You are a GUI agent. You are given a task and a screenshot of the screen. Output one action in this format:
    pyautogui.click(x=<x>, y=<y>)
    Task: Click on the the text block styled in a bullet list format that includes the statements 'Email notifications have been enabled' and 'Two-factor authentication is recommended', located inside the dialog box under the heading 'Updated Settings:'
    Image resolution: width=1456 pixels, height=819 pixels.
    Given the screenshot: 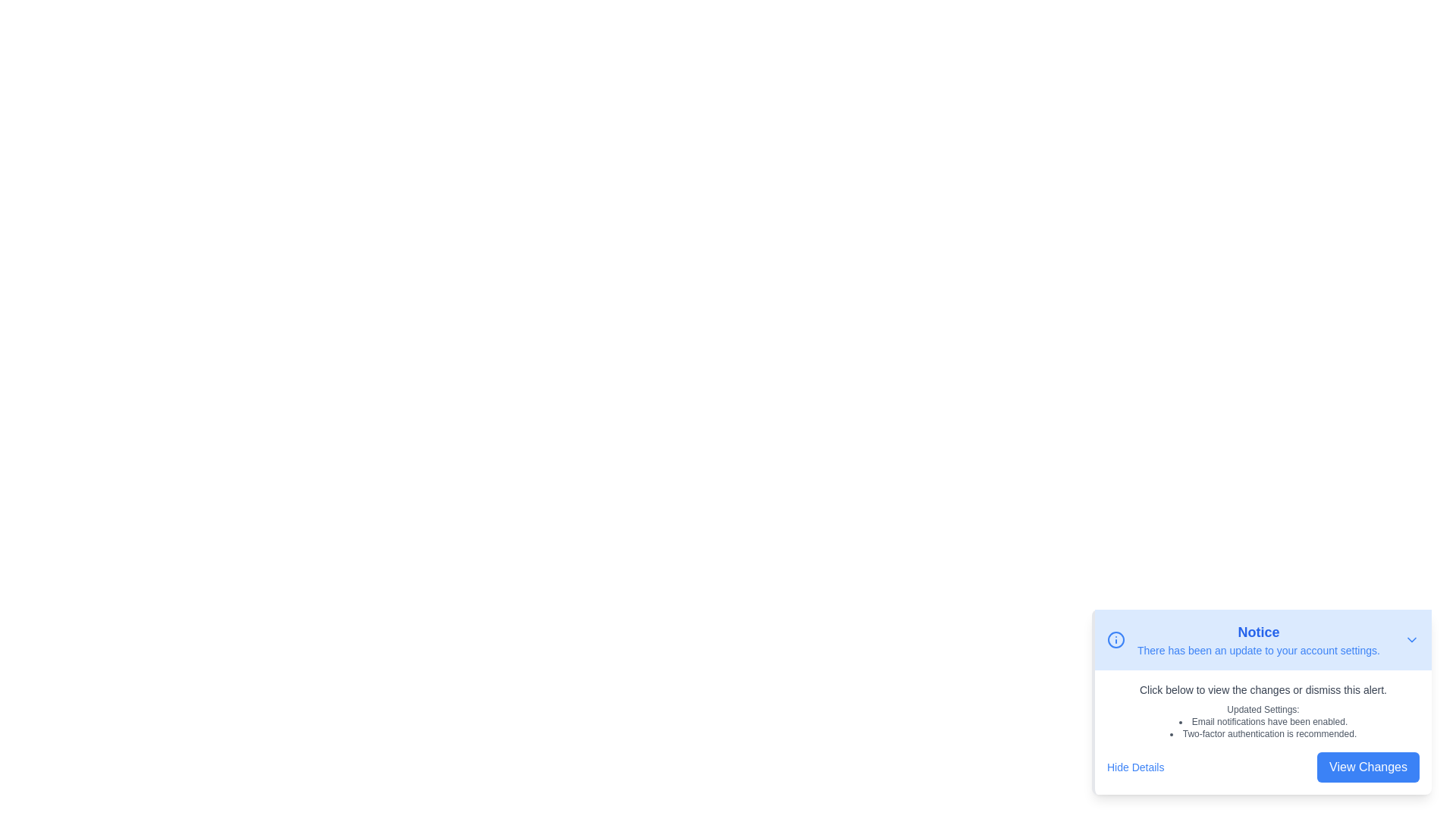 What is the action you would take?
    pyautogui.click(x=1263, y=727)
    